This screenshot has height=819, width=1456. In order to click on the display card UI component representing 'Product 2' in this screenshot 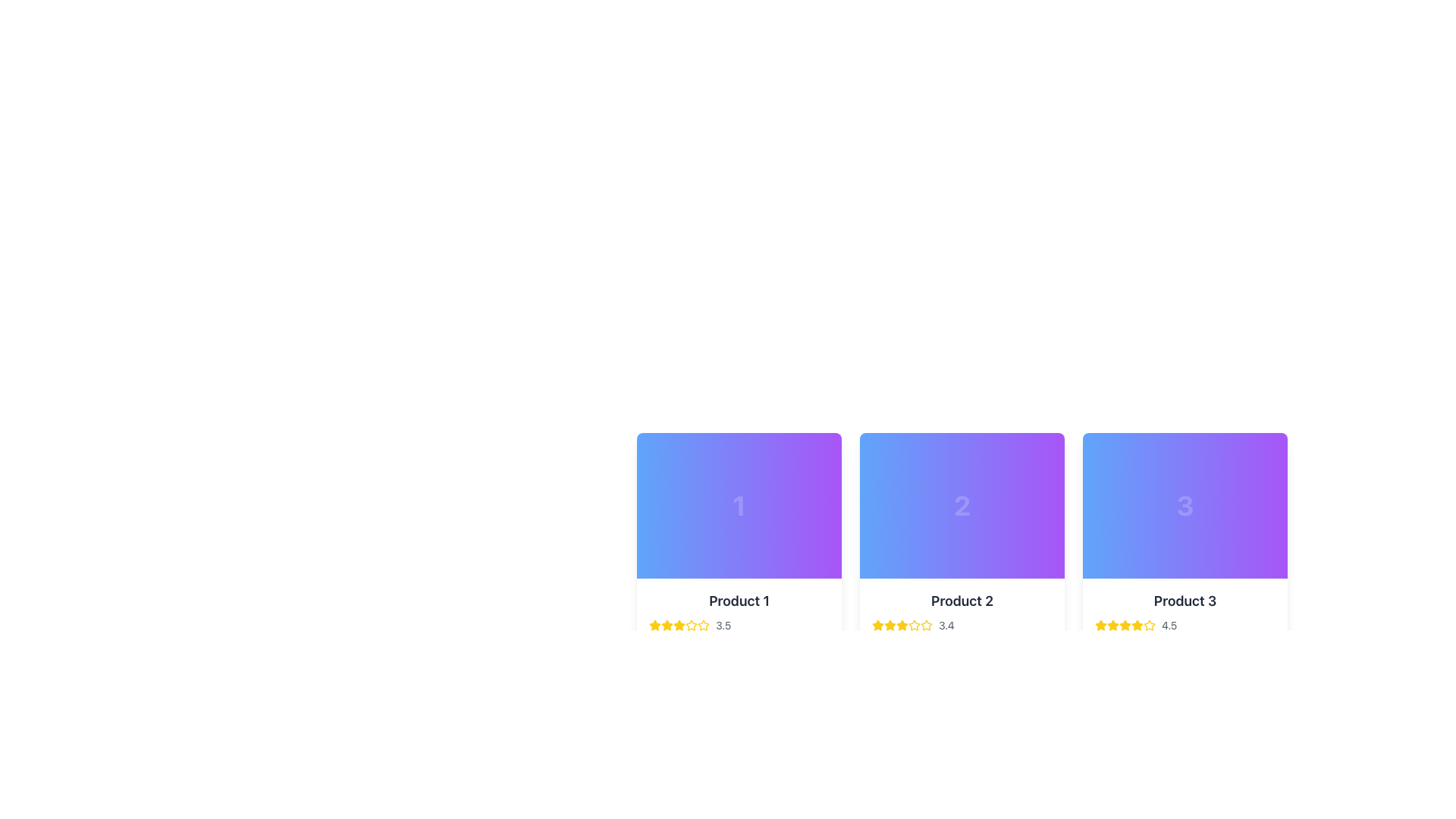, I will do `click(961, 513)`.